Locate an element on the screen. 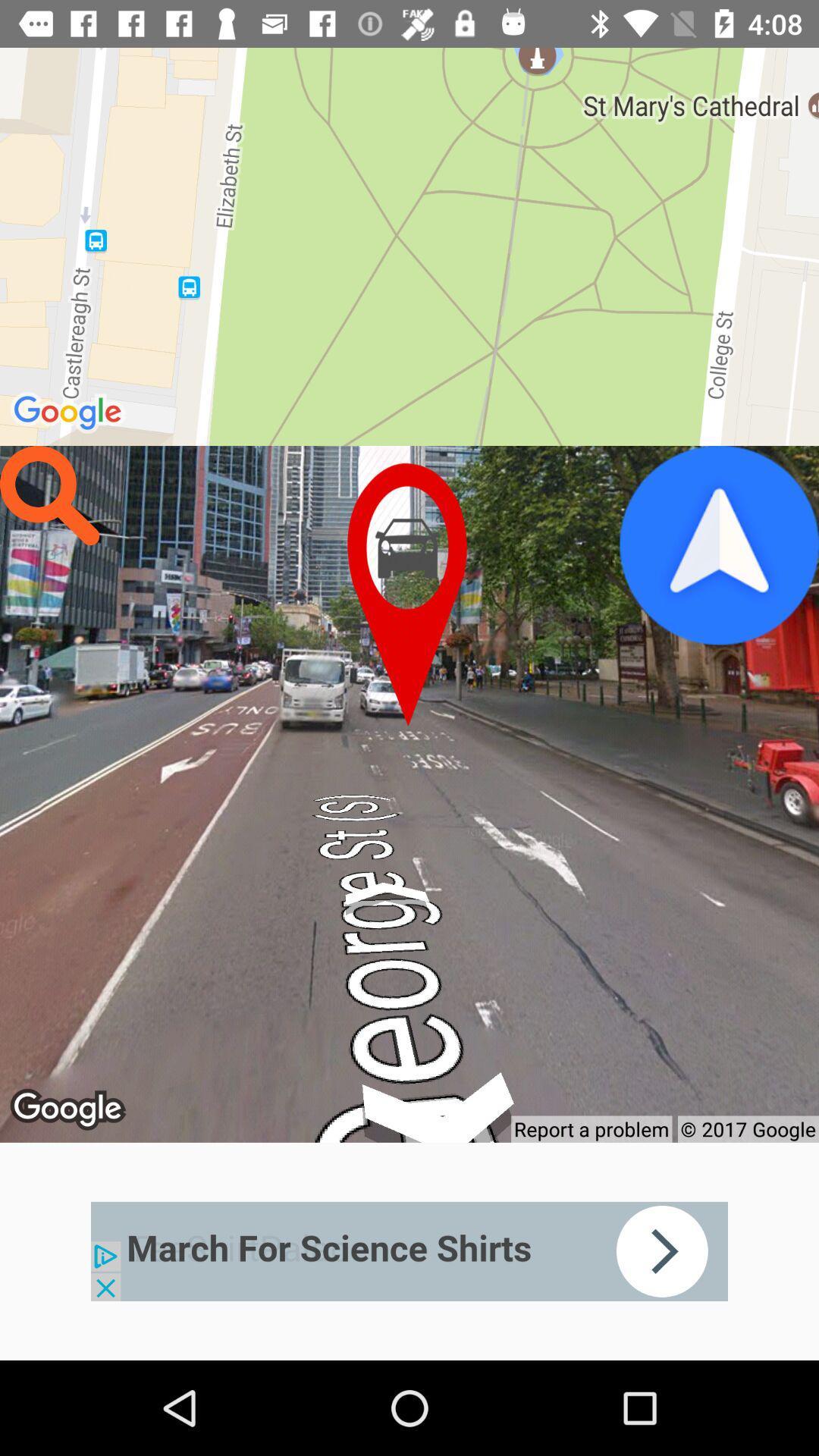 This screenshot has width=819, height=1456. search is located at coordinates (49, 495).